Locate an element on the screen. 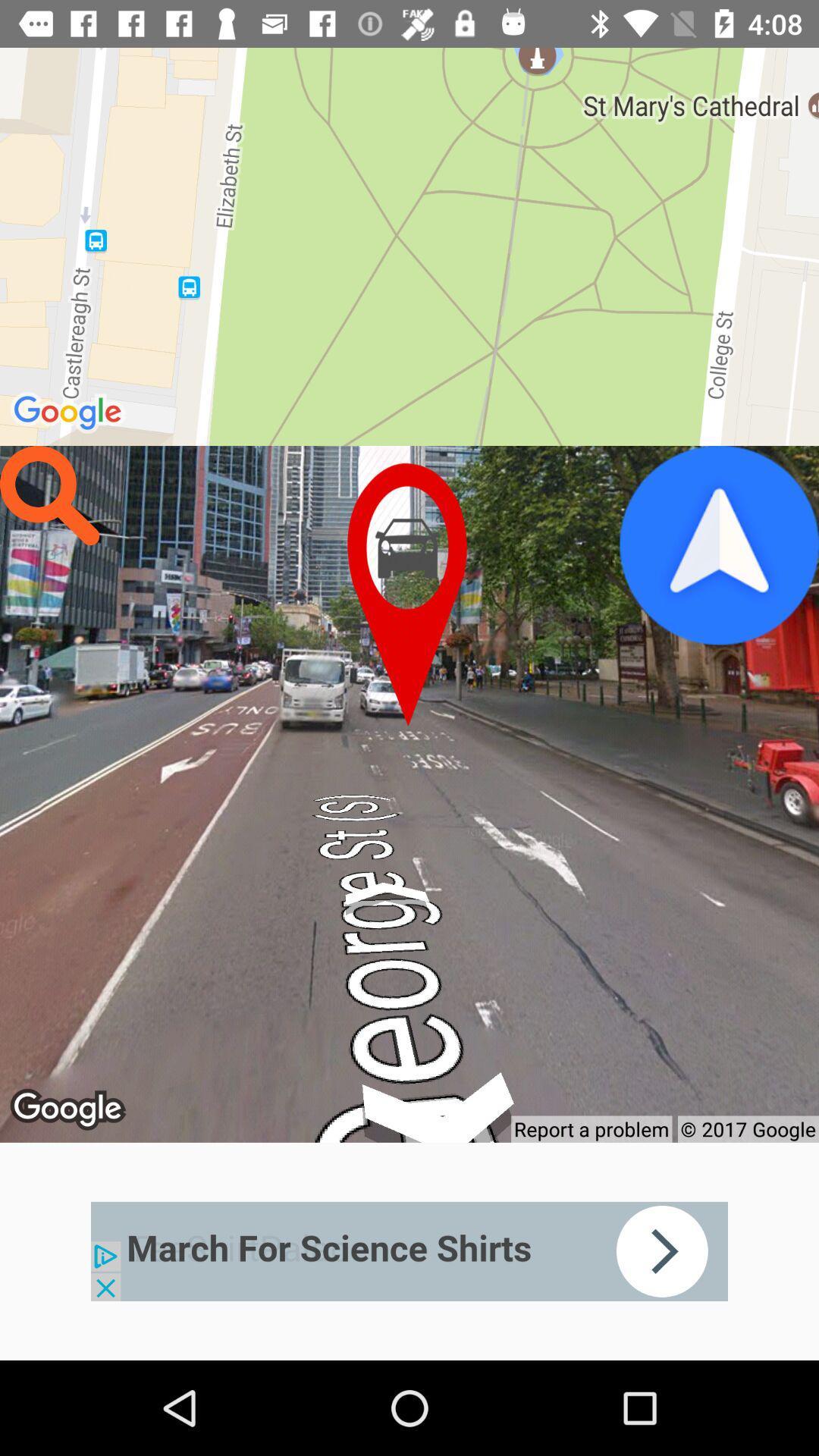 This screenshot has width=819, height=1456. search is located at coordinates (49, 495).